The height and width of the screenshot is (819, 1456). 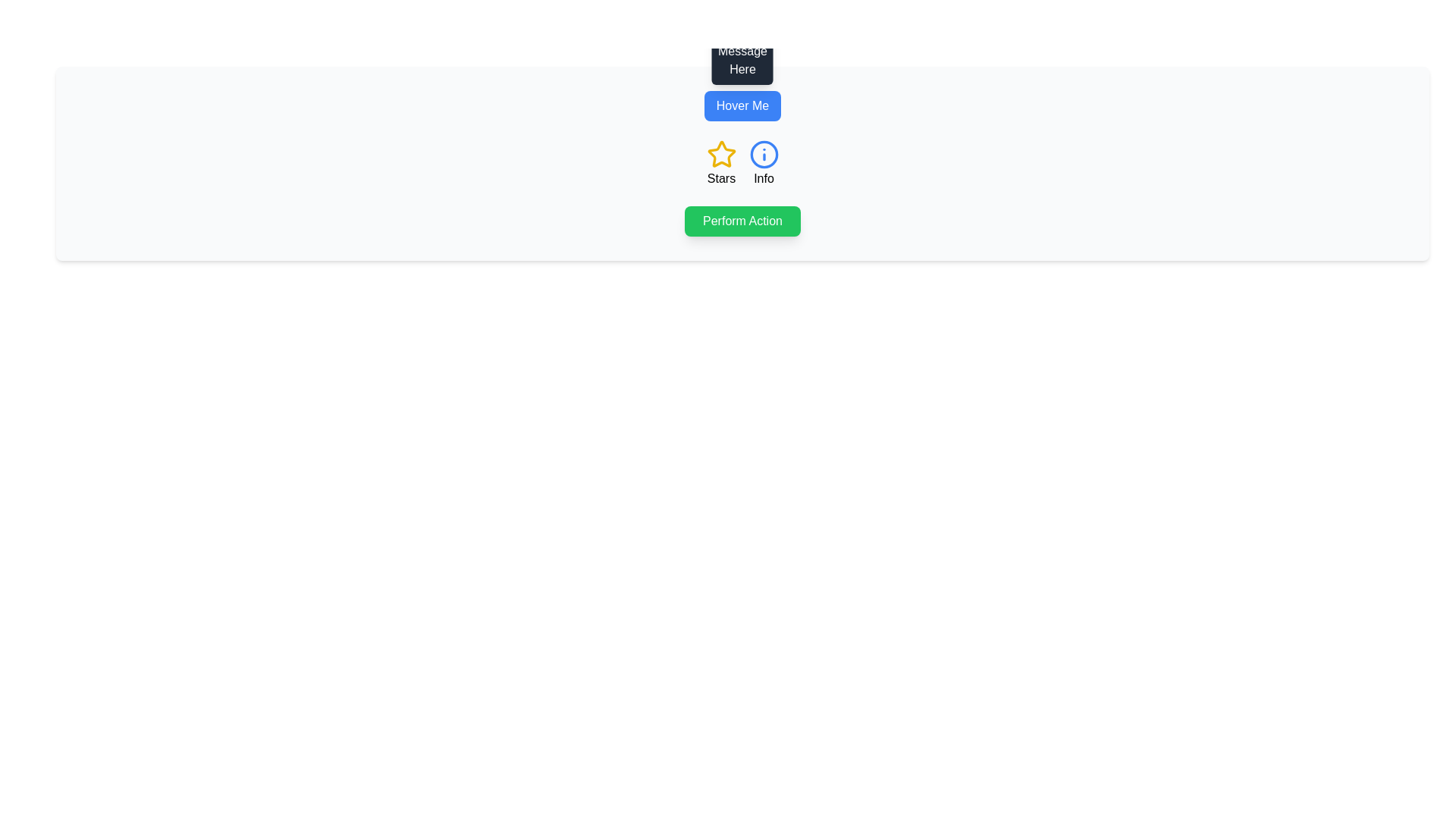 What do you see at coordinates (764, 155) in the screenshot?
I see `the informational Circle element, which is part of the 'Info' icon located to the right of the 'Stars' icon and beneath the 'Hover Me' blue button` at bounding box center [764, 155].